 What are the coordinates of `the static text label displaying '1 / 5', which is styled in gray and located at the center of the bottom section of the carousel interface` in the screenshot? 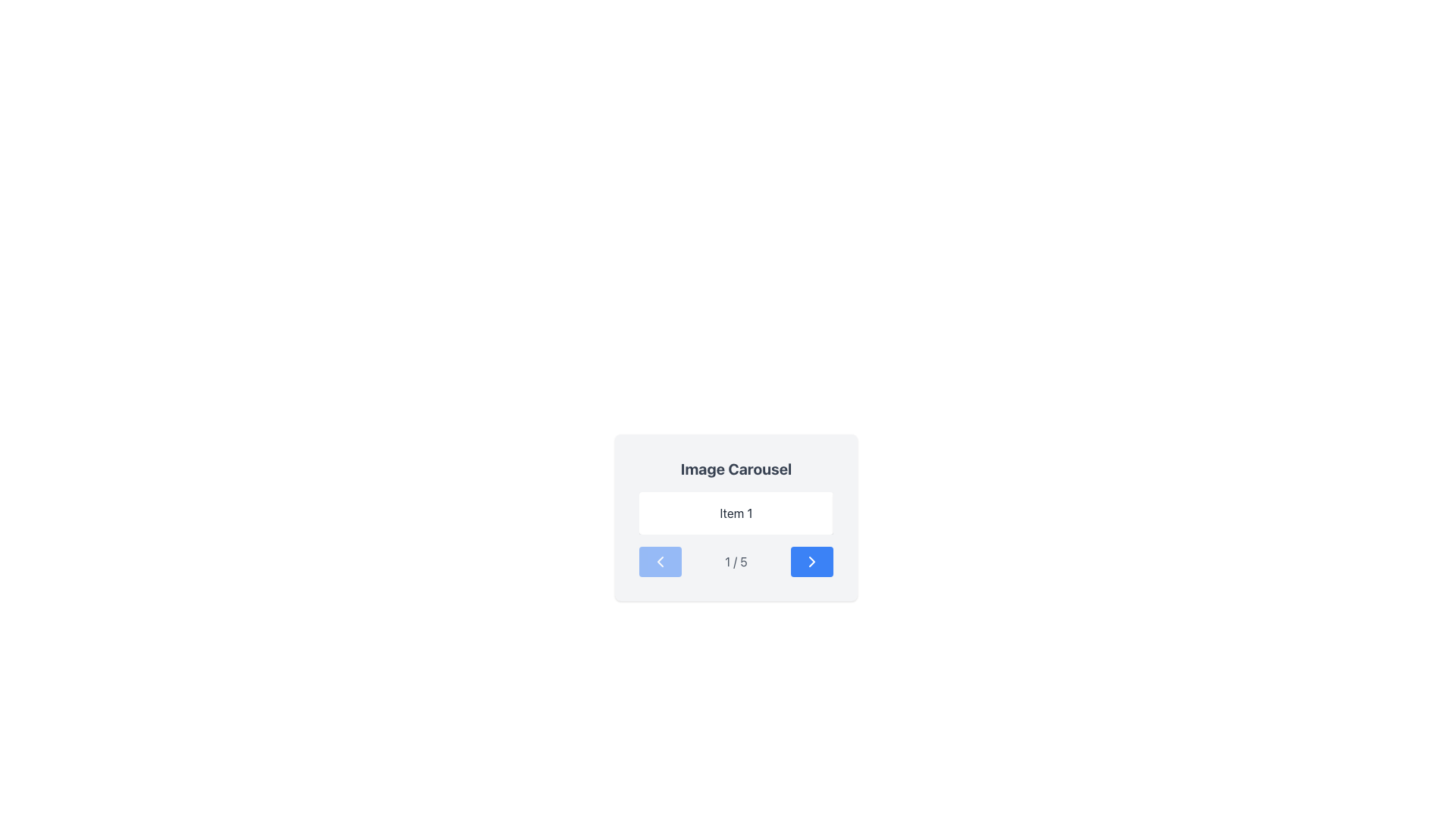 It's located at (736, 561).